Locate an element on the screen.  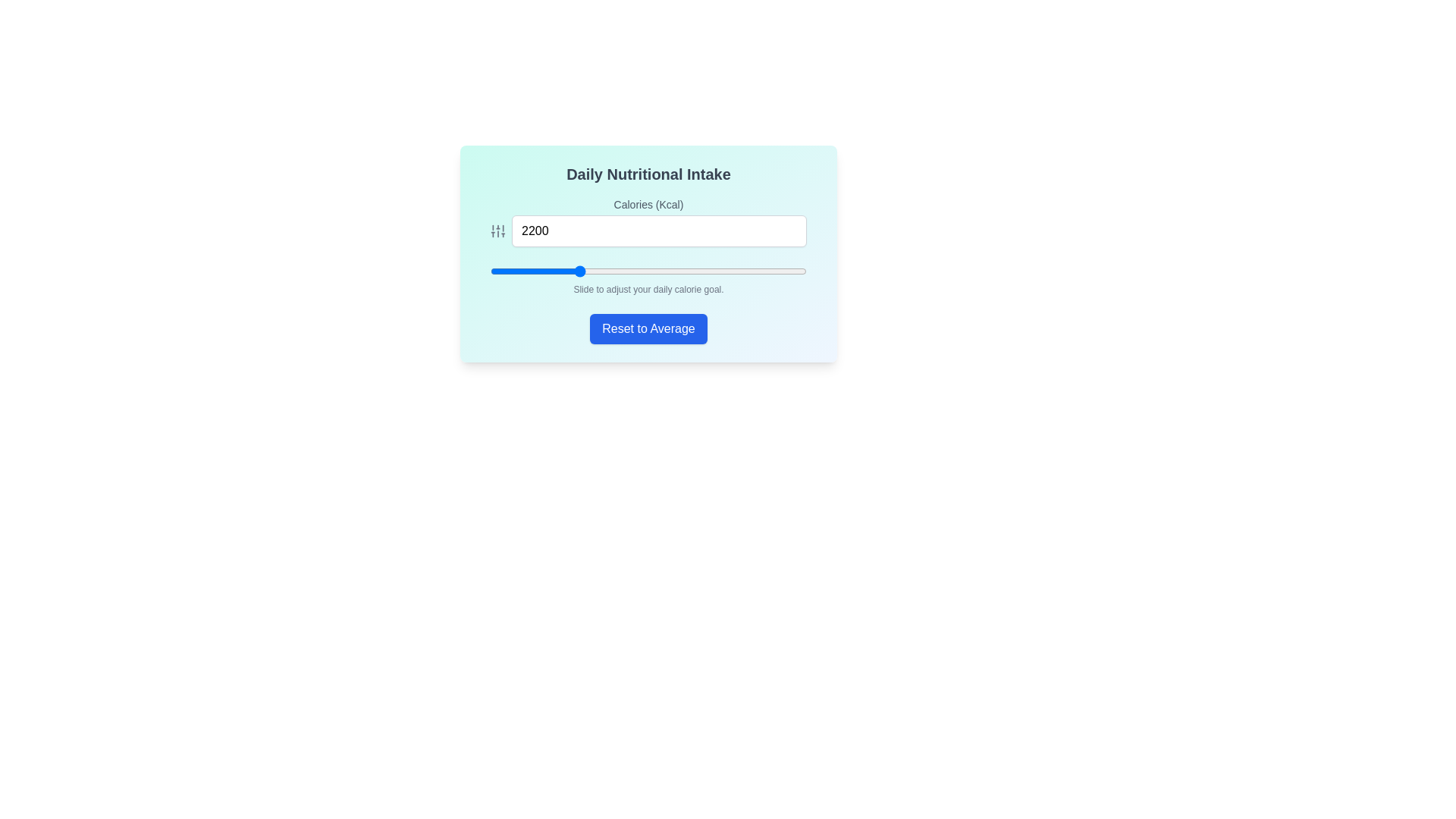
daily calorie intake goal is located at coordinates (733, 271).